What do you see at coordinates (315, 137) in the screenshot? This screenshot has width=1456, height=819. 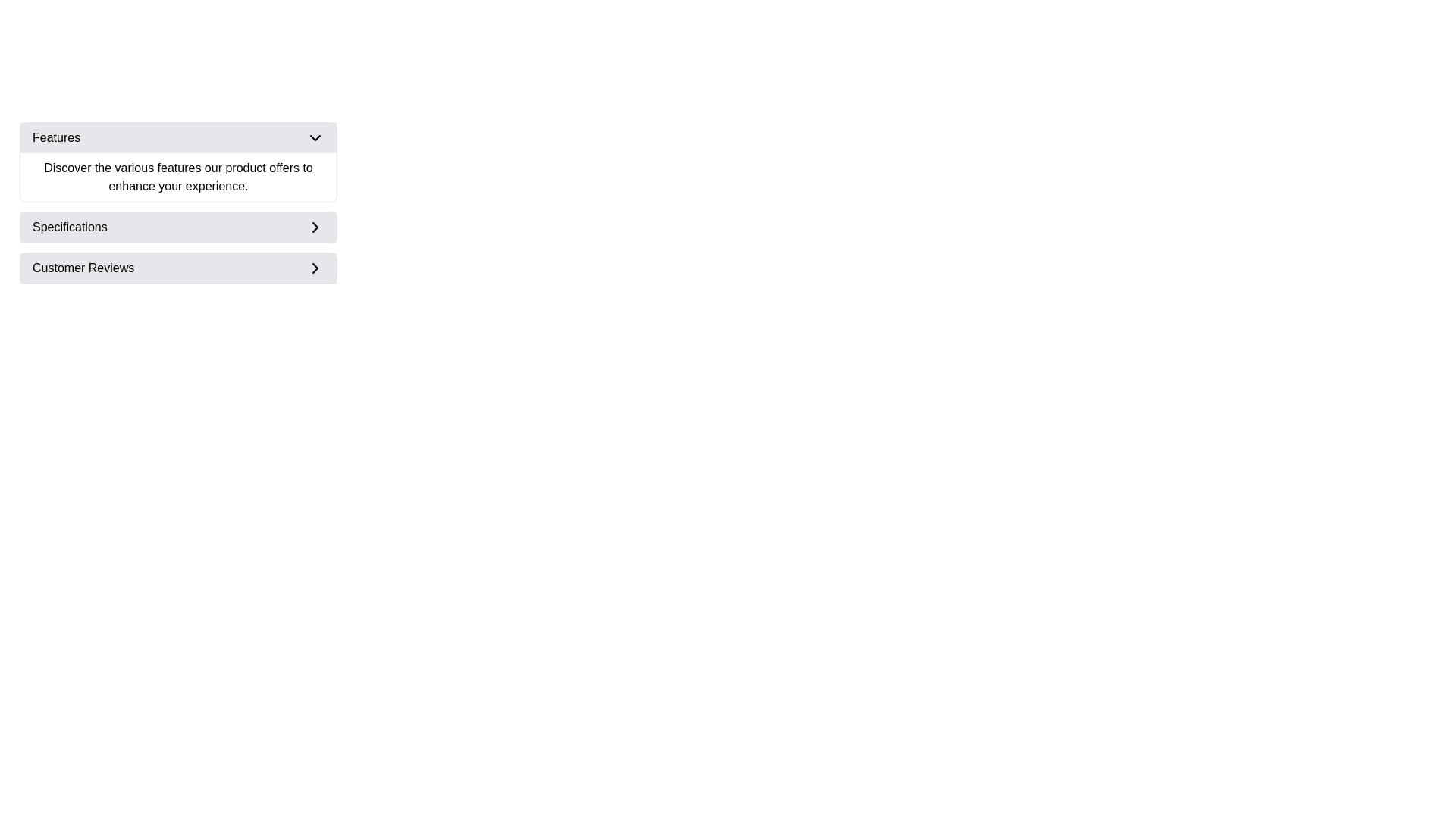 I see `the downwards-pointing chevron icon located at the far right of the 'Features' button` at bounding box center [315, 137].